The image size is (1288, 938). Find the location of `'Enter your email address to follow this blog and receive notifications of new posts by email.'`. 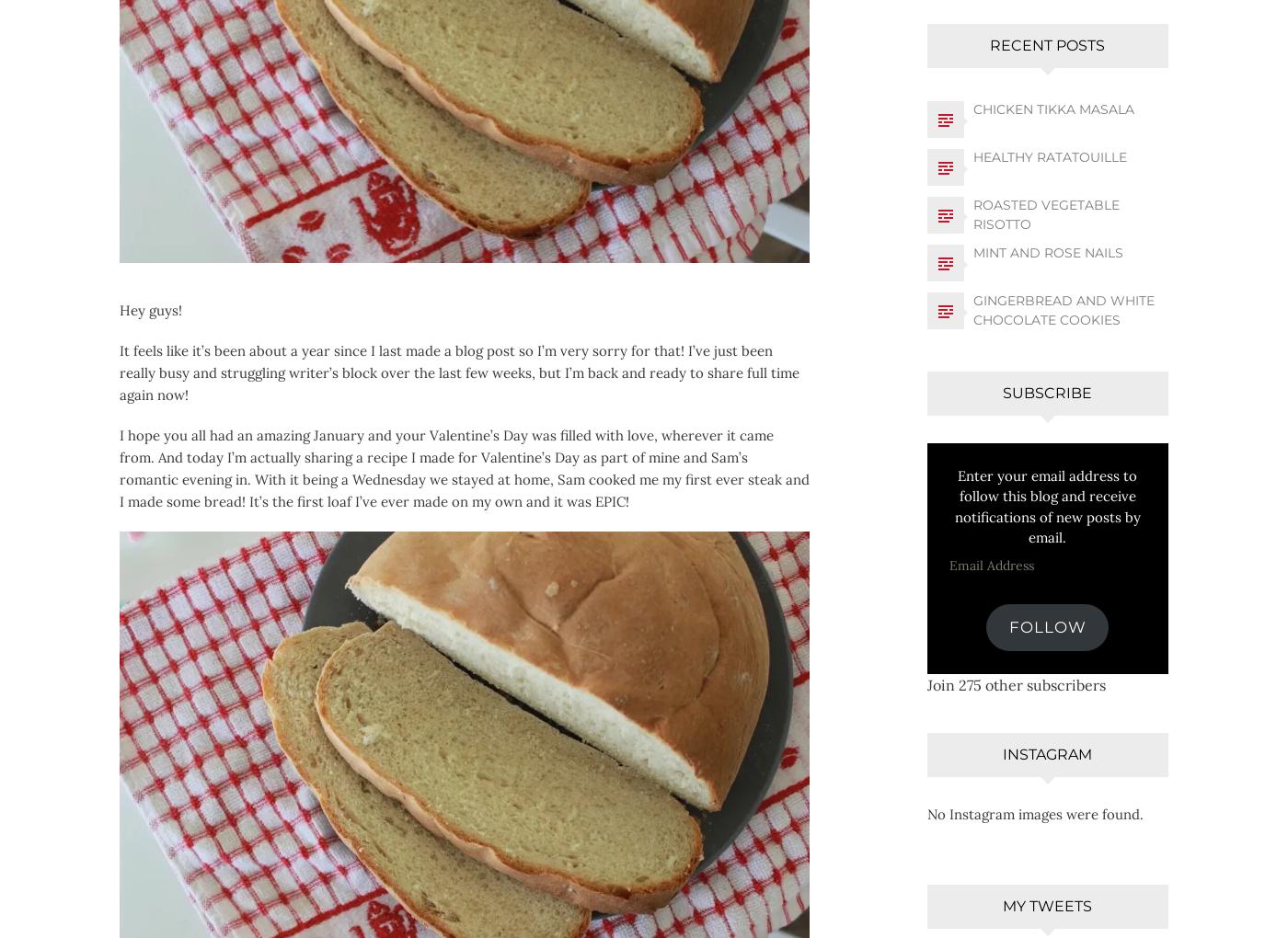

'Enter your email address to follow this blog and receive notifications of new posts by email.' is located at coordinates (1047, 505).